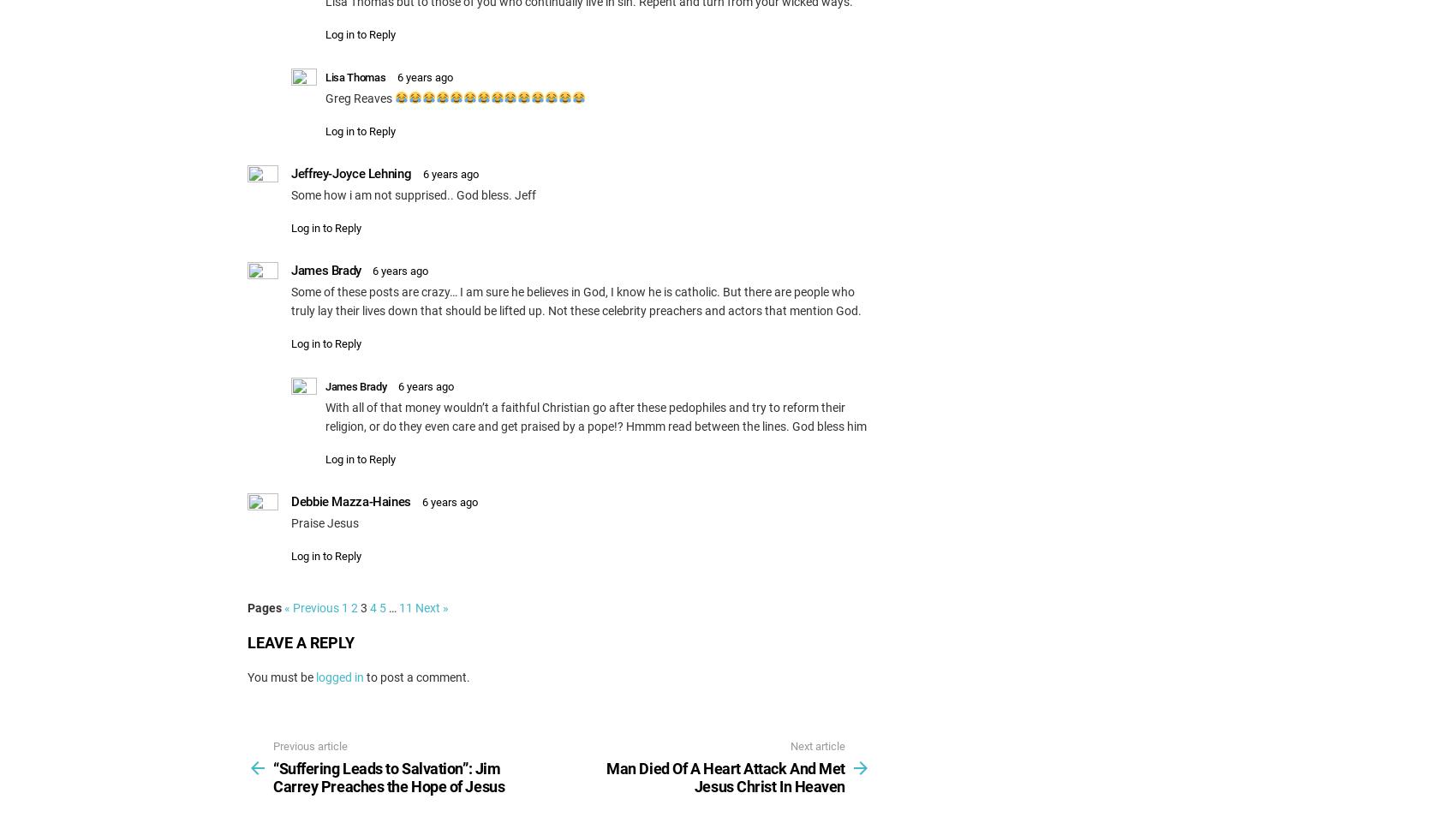 Image resolution: width=1456 pixels, height=835 pixels. Describe the element at coordinates (280, 677) in the screenshot. I see `'You must be'` at that location.